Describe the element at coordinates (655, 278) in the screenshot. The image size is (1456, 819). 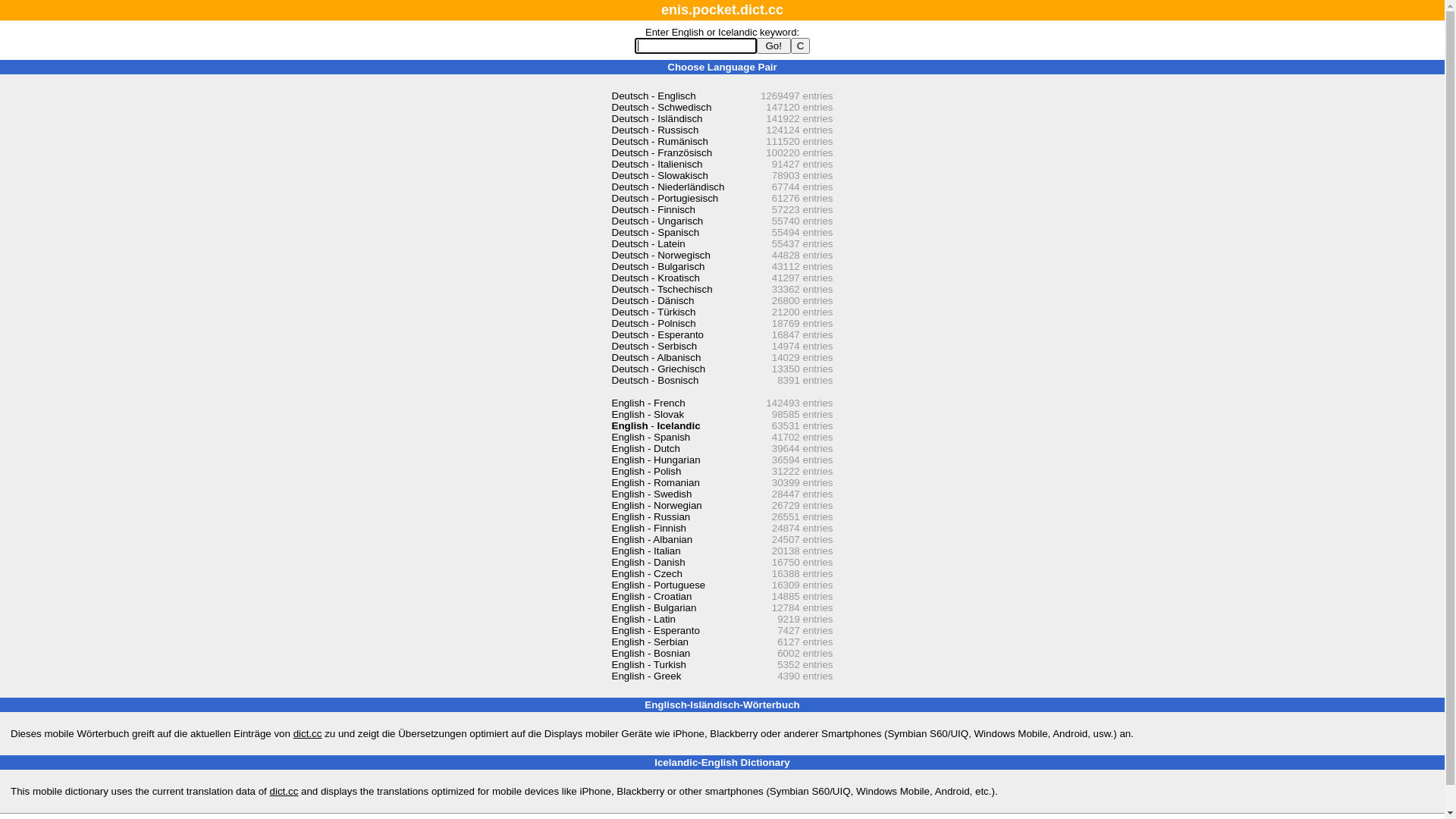
I see `'Deutsch - Kroatisch'` at that location.